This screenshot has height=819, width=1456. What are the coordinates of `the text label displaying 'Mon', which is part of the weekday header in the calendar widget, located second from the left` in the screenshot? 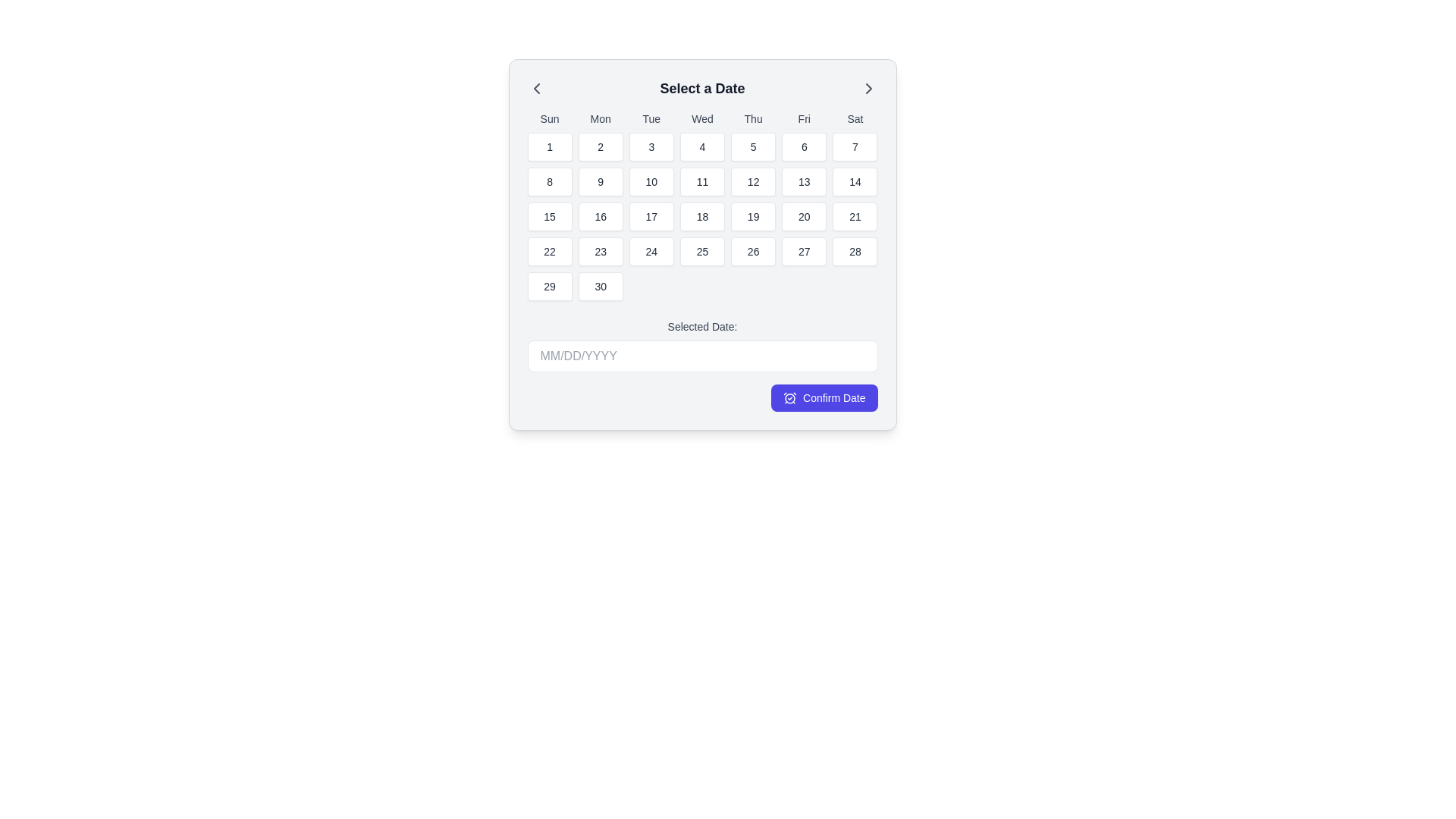 It's located at (600, 118).